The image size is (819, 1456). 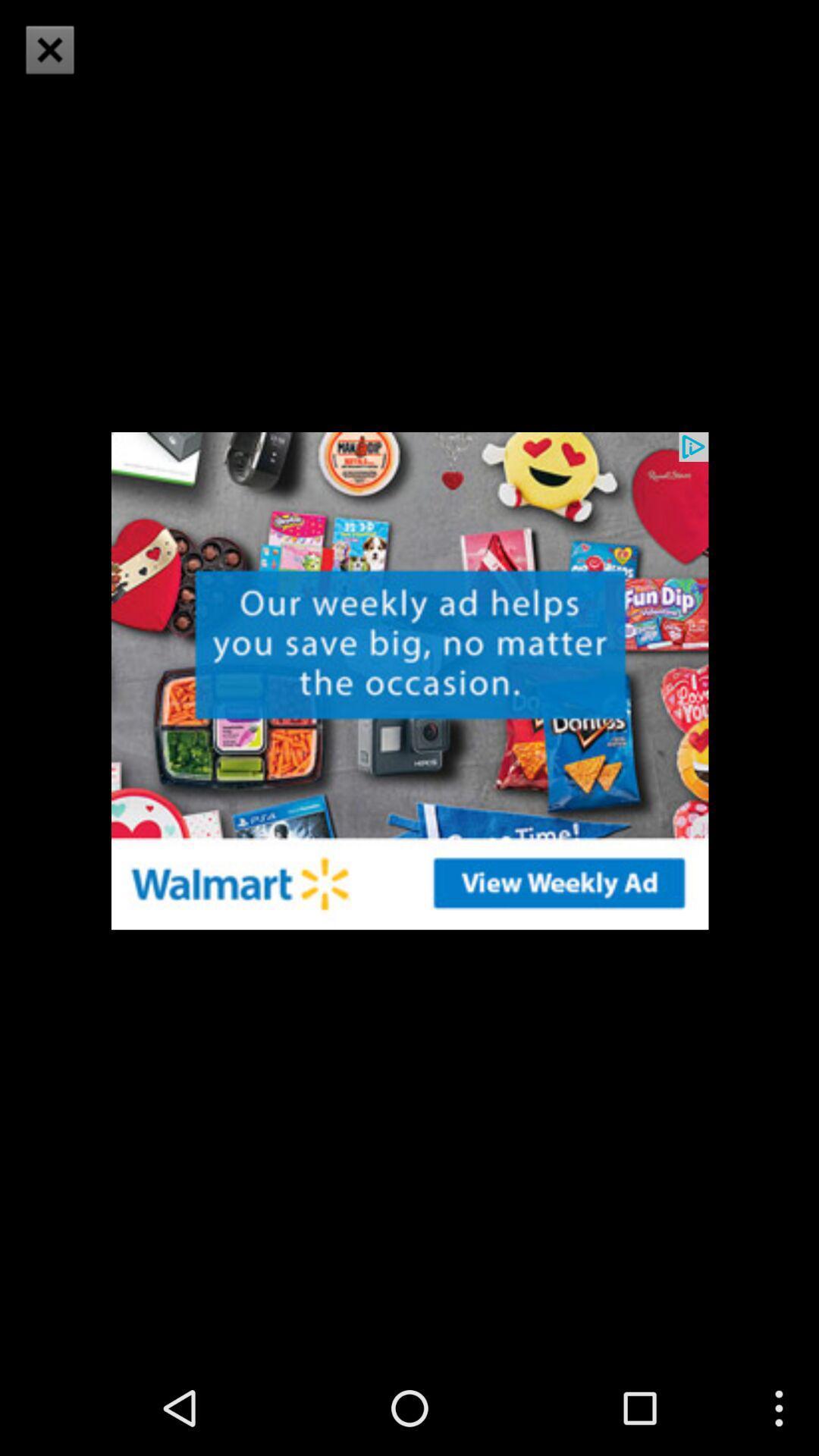 I want to click on the close icon, so click(x=49, y=53).